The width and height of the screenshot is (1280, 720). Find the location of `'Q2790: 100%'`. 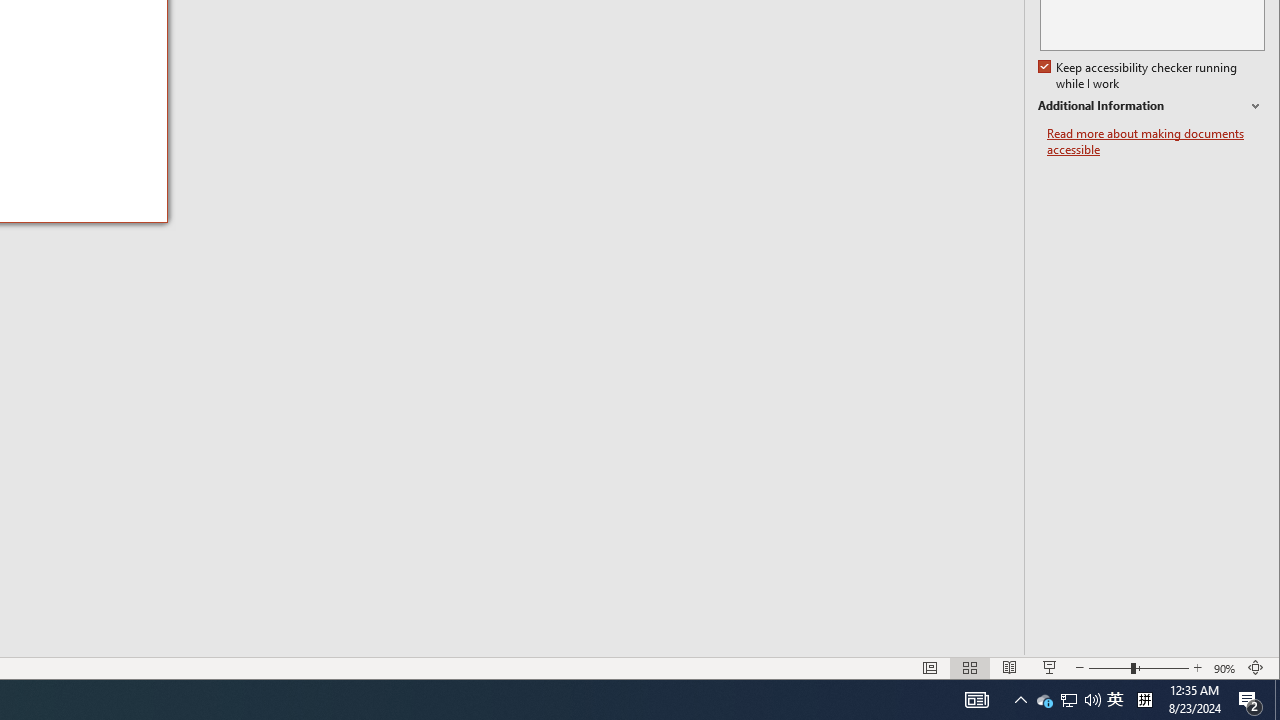

'Q2790: 100%' is located at coordinates (1068, 698).